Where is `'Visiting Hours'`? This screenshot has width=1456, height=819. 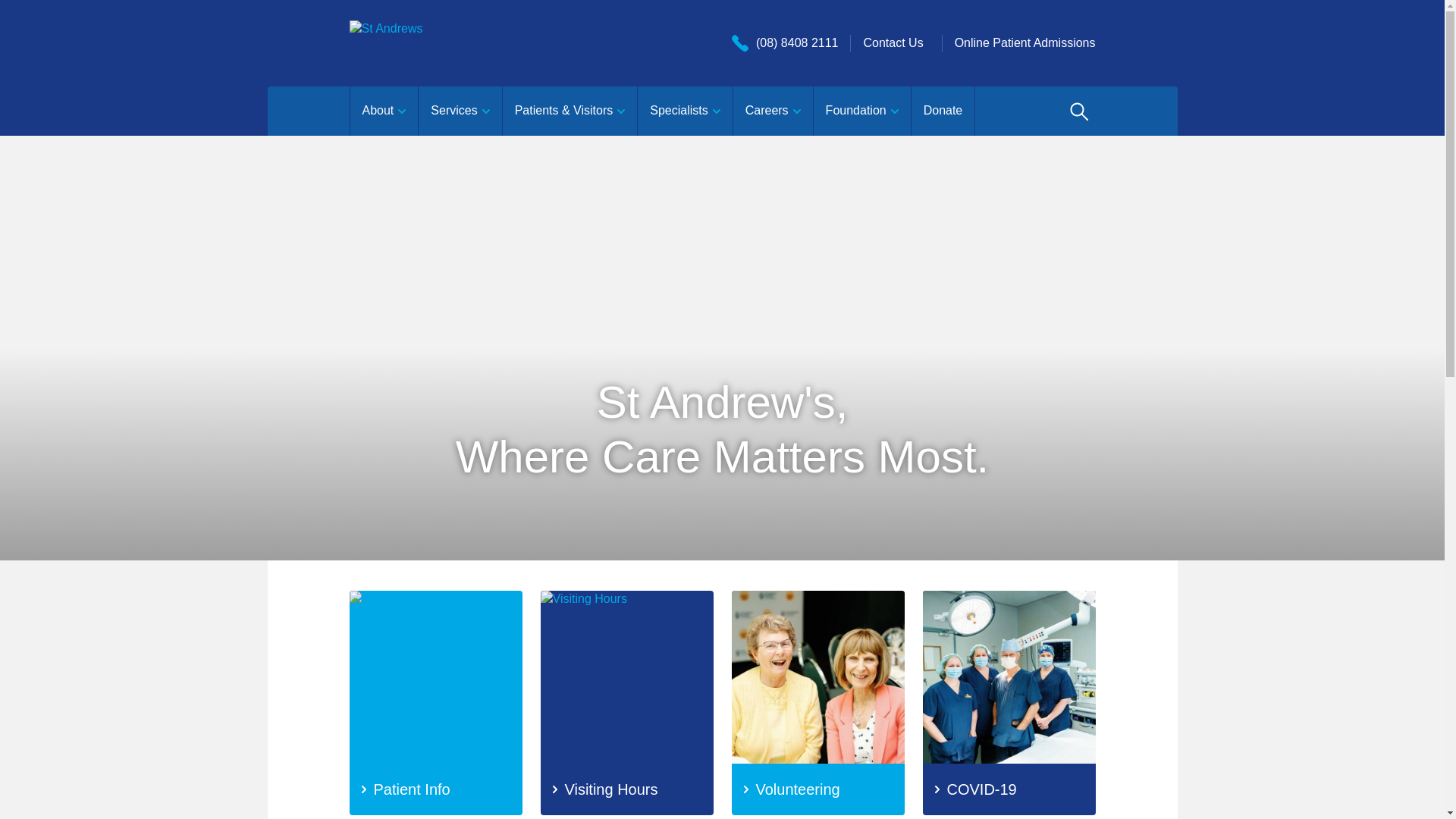 'Visiting Hours' is located at coordinates (626, 702).